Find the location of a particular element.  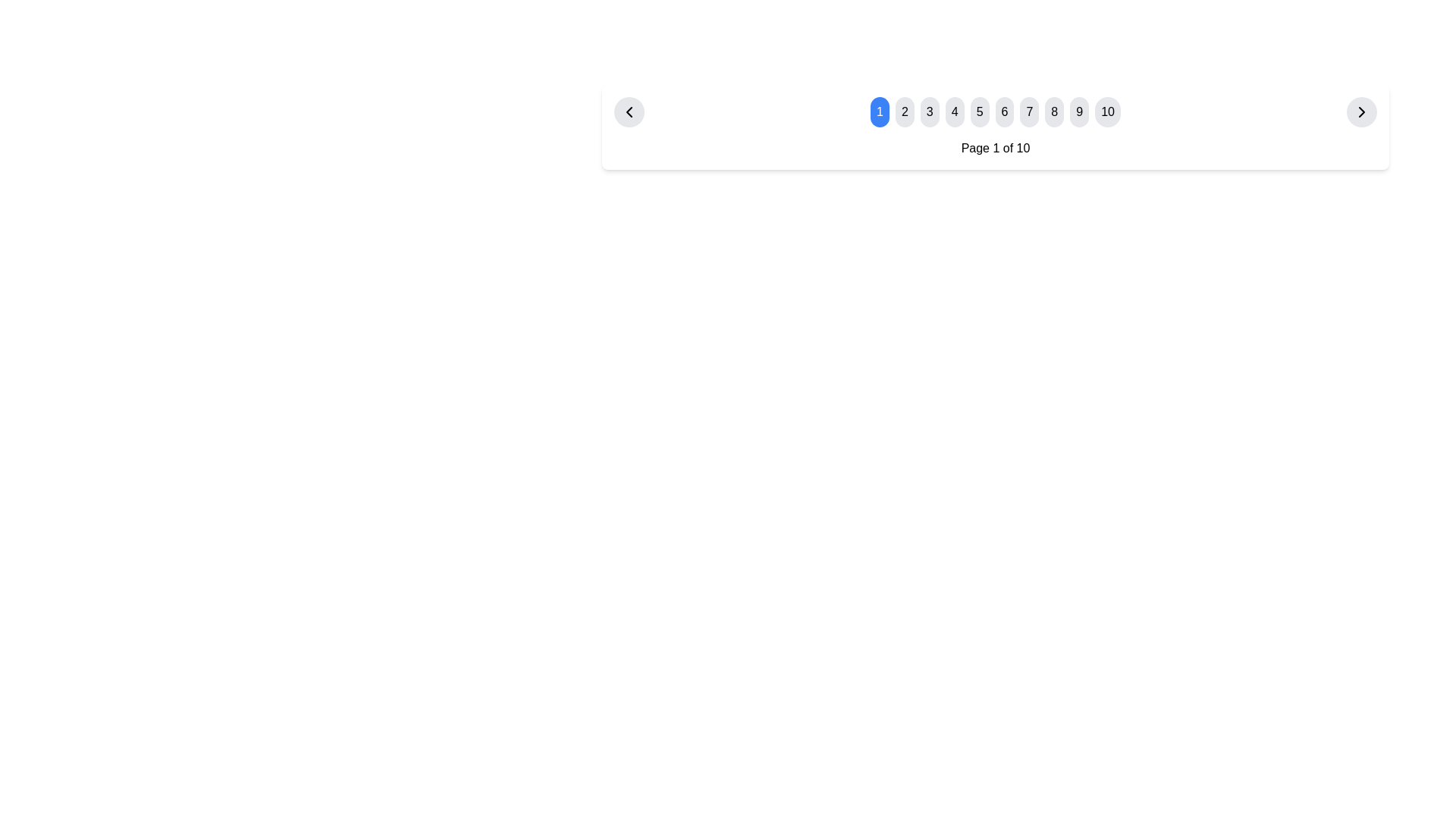

the sixth pagination button, which allows navigation to the sixth page of a paginated list is located at coordinates (1004, 111).